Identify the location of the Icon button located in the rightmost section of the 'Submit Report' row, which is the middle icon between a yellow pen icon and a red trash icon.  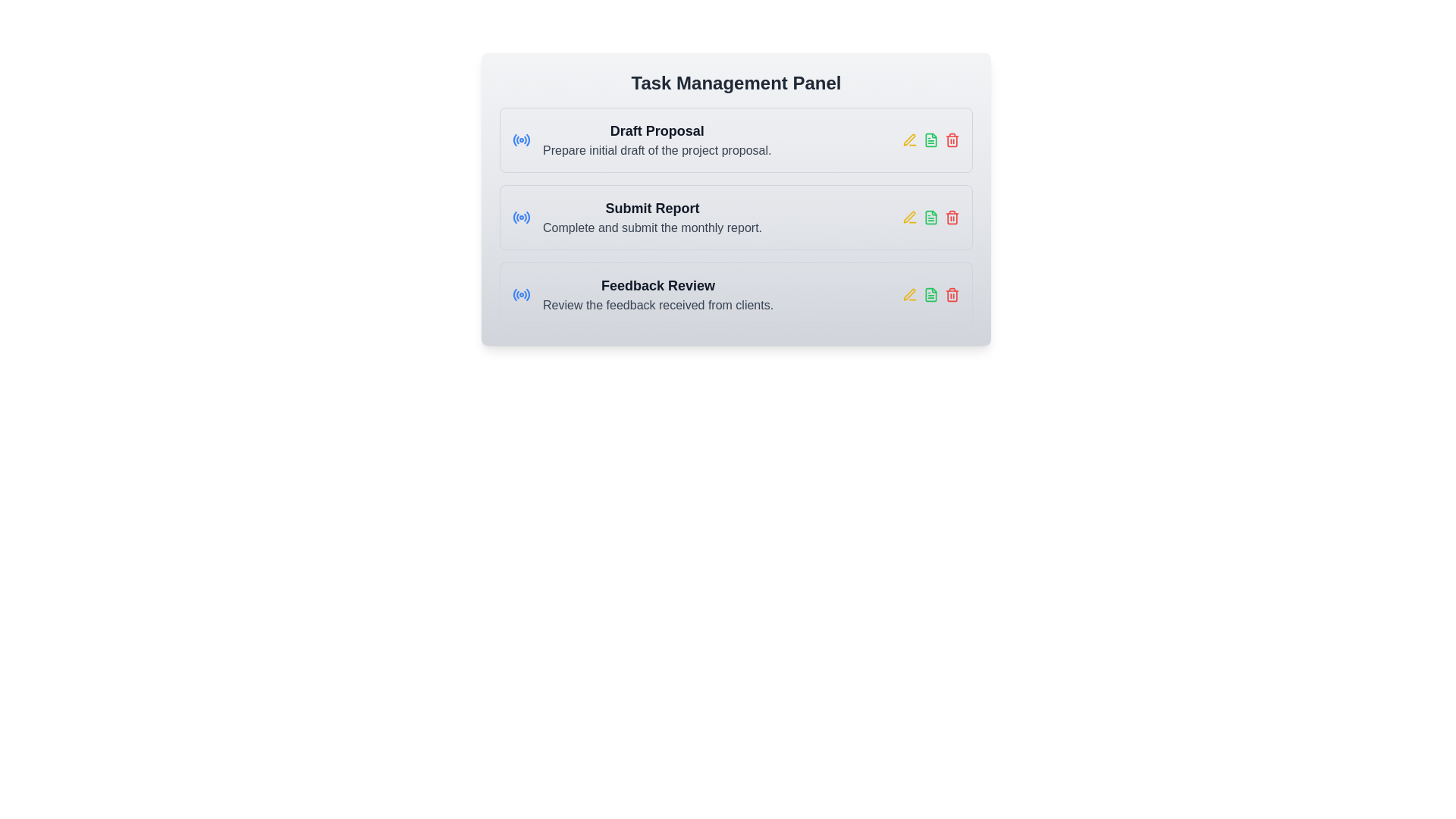
(930, 217).